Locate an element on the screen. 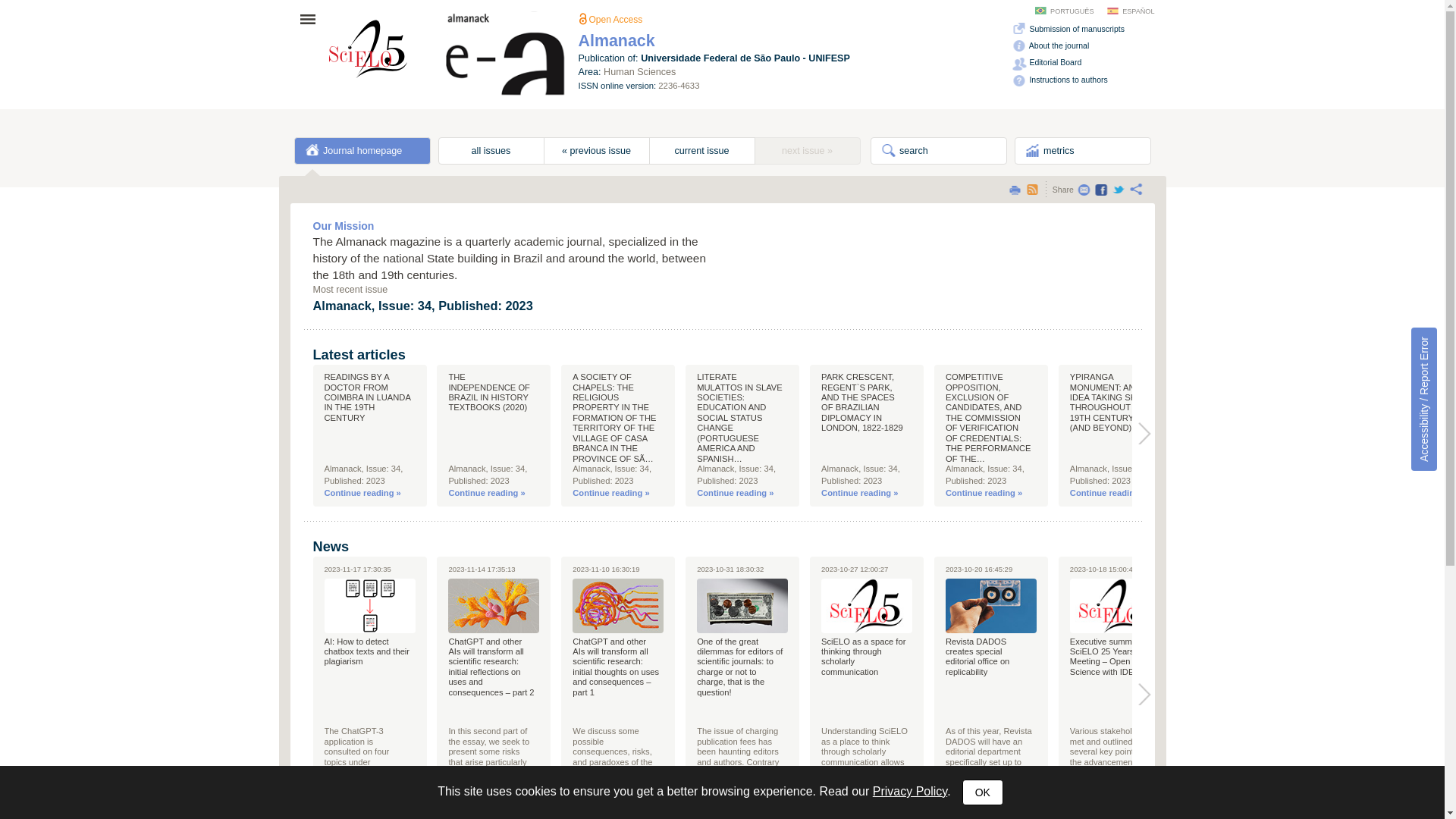 Image resolution: width=1456 pixels, height=819 pixels. 'current issue' is located at coordinates (701, 151).